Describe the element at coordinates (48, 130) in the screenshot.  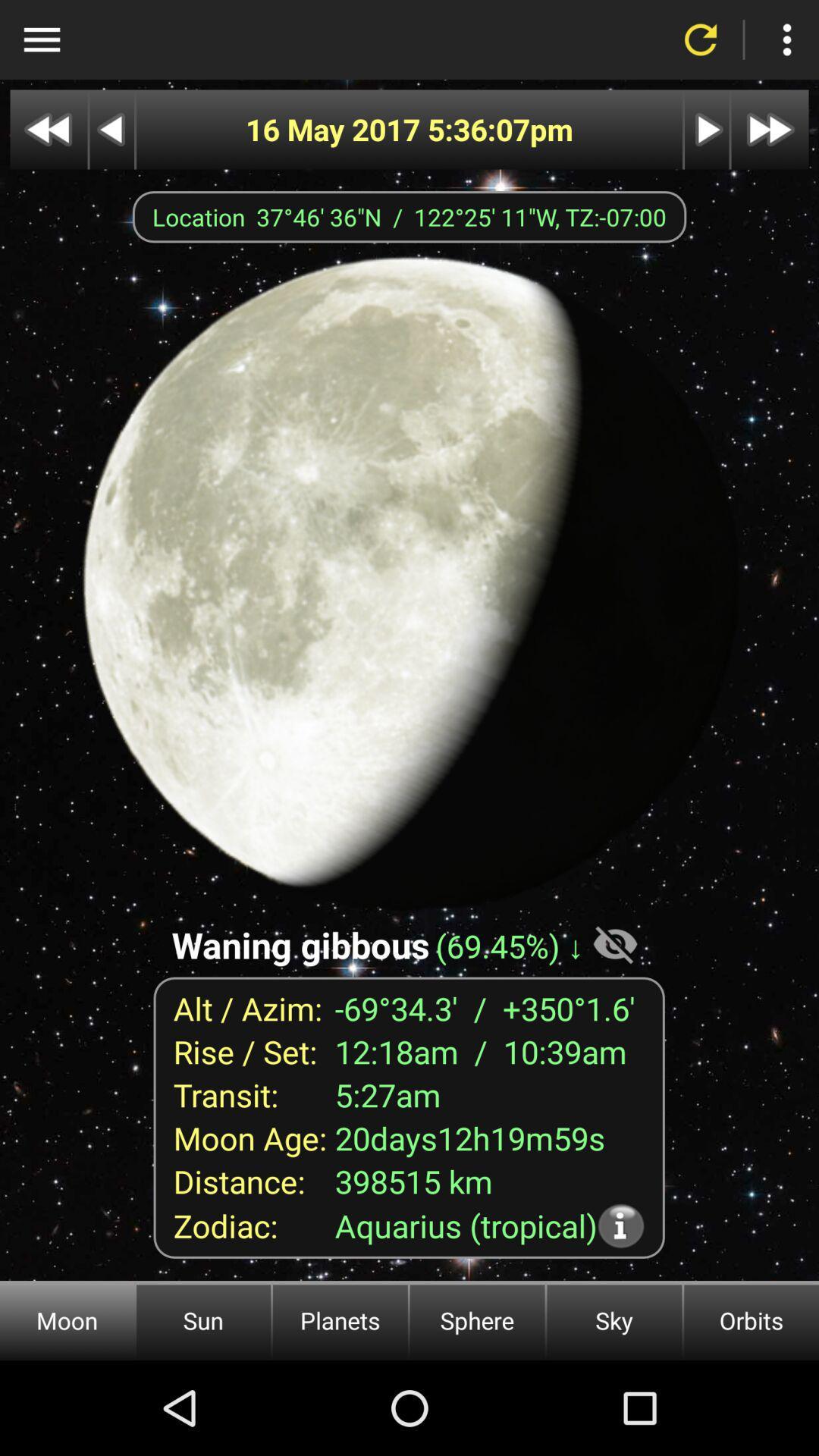
I see `the av_rewind icon` at that location.